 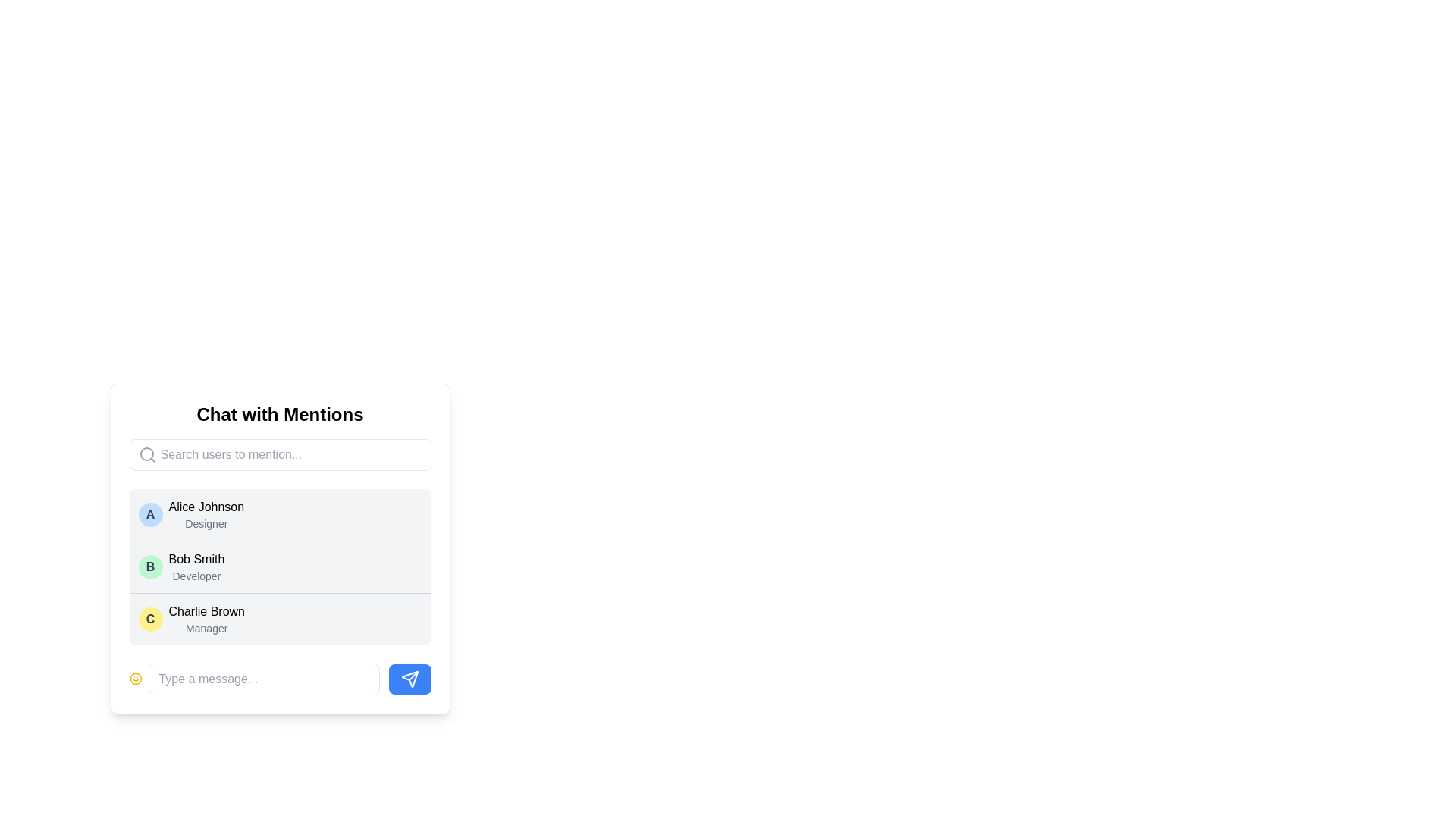 What do you see at coordinates (409, 678) in the screenshot?
I see `the send icon located inside the blue circular button on the far-right side of the input area` at bounding box center [409, 678].